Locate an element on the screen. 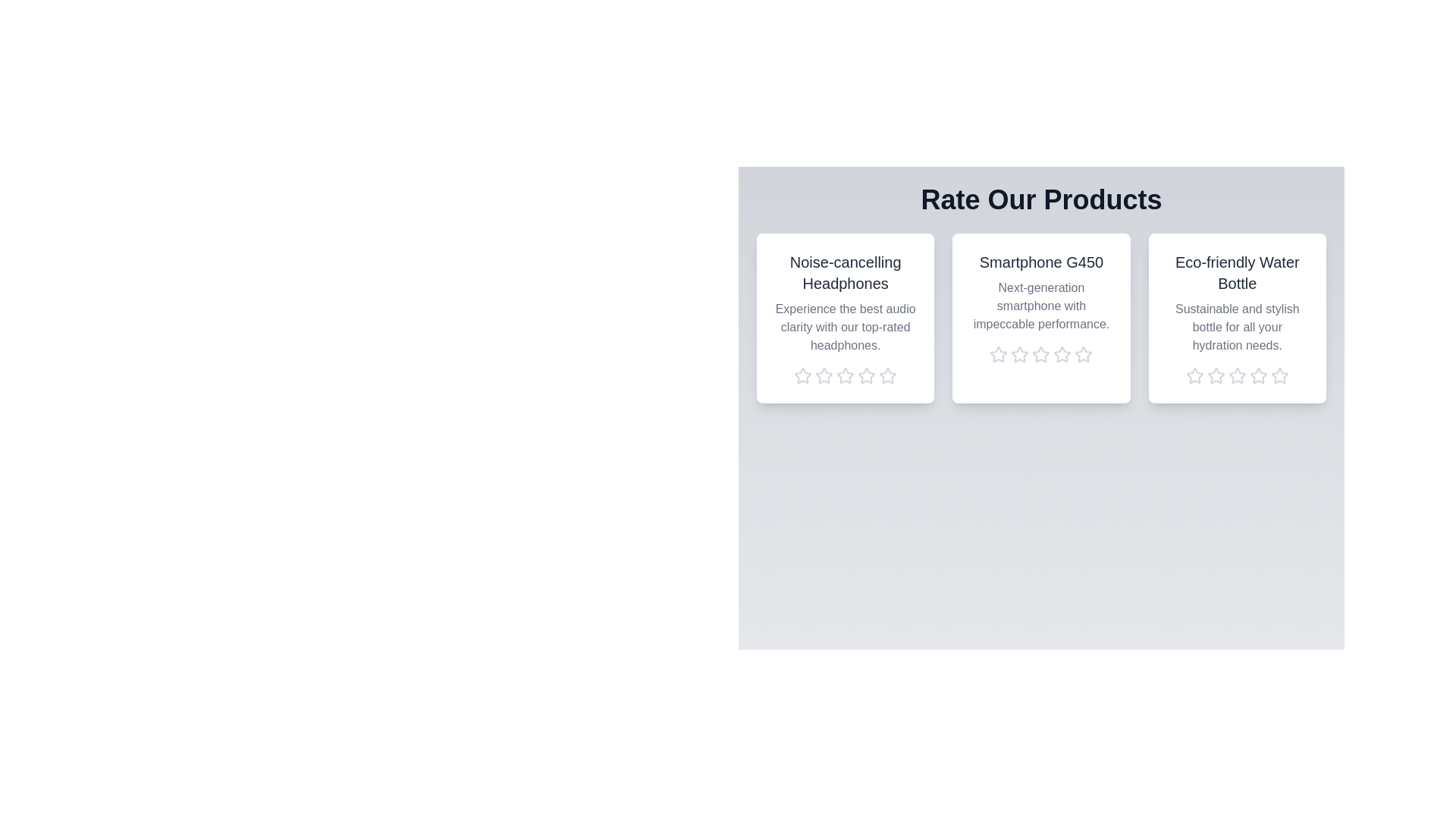 The width and height of the screenshot is (1456, 819). the rating of the product 'Eco-friendly Water Bottle' to 2 stars is located at coordinates (1216, 375).